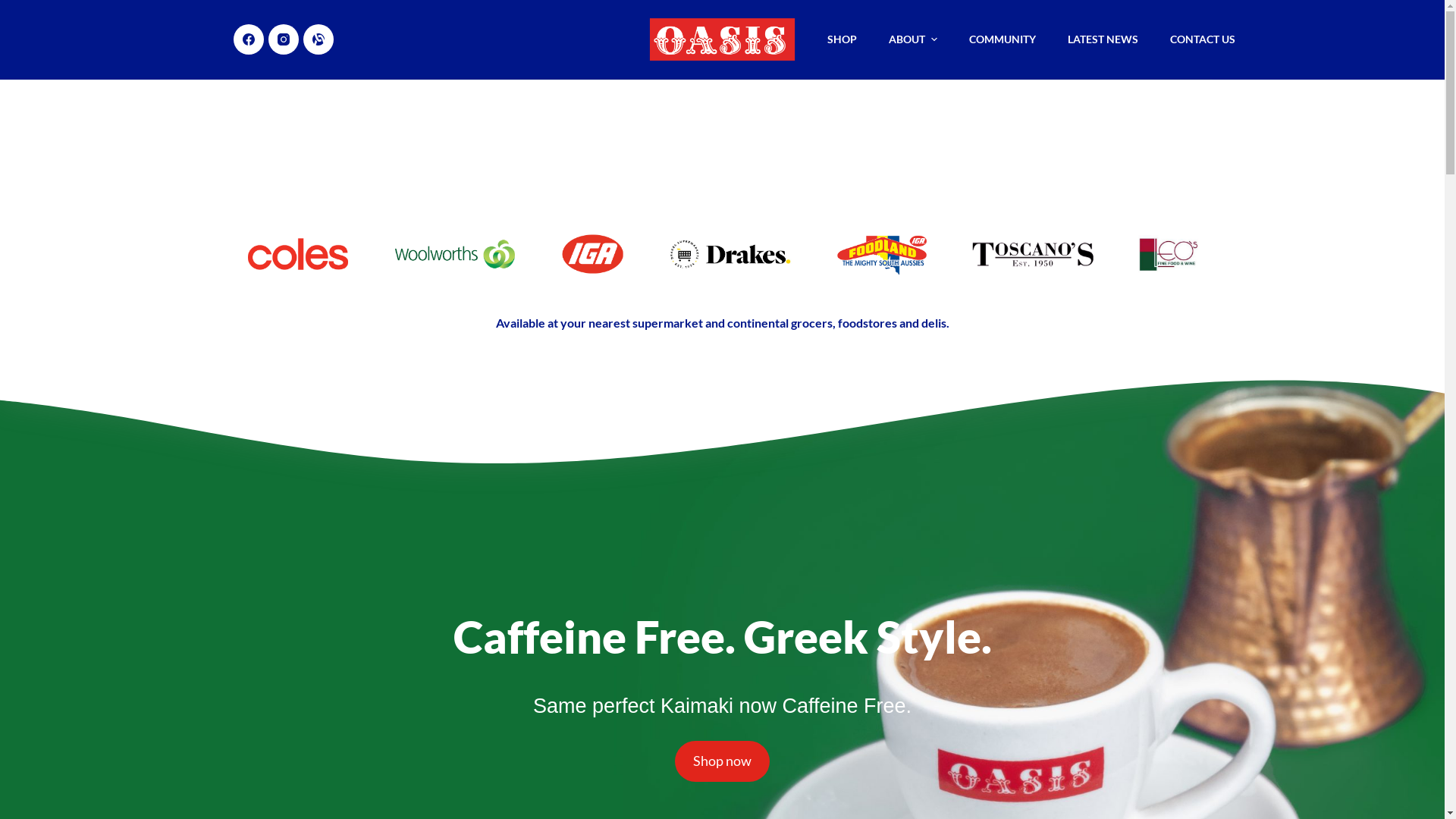 This screenshot has height=819, width=1456. What do you see at coordinates (1002, 38) in the screenshot?
I see `'COMMUNITY'` at bounding box center [1002, 38].